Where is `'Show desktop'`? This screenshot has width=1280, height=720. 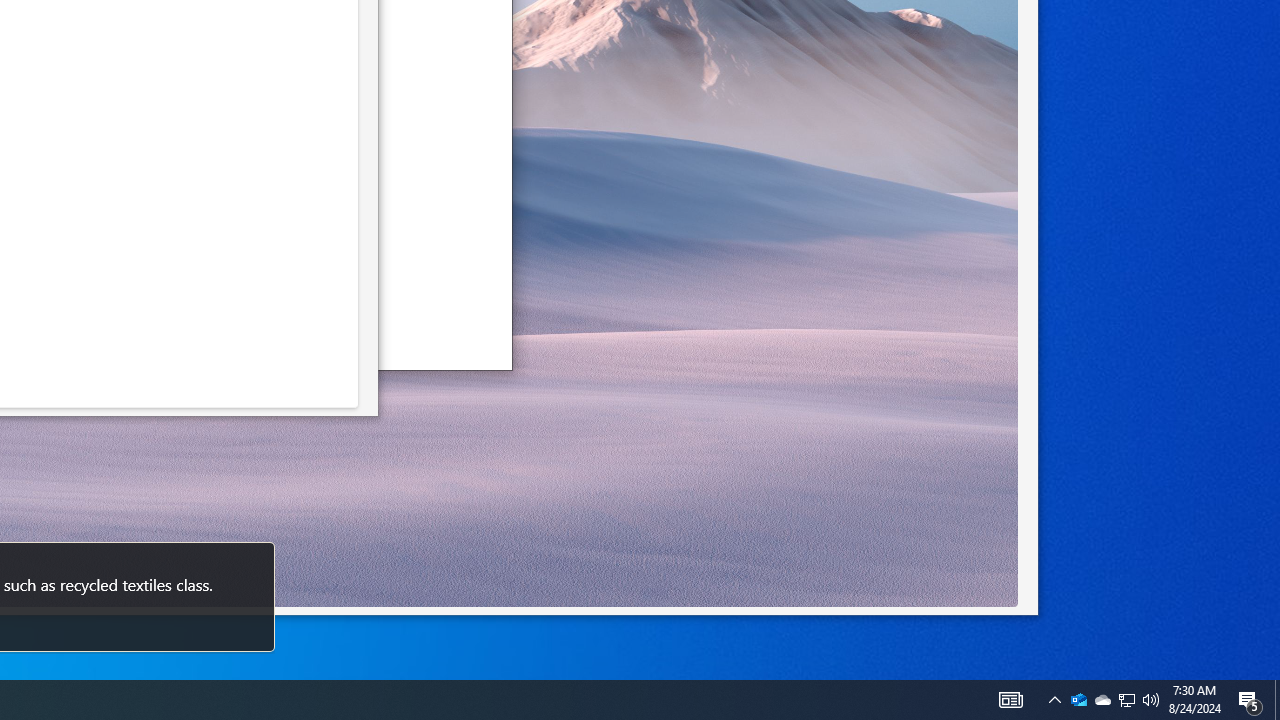 'Show desktop' is located at coordinates (1276, 698).